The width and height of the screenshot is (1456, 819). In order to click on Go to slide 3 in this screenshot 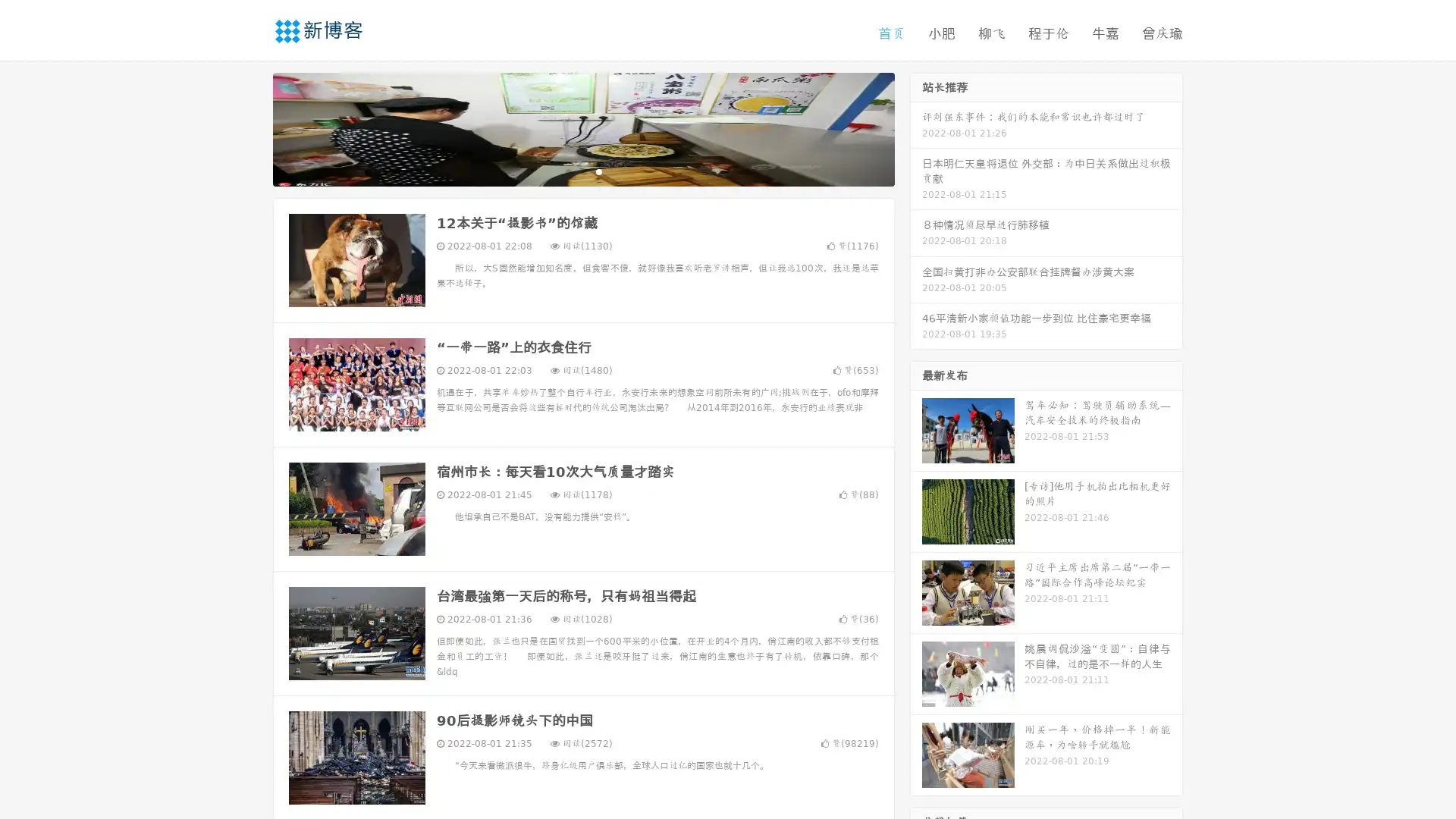, I will do `click(598, 171)`.